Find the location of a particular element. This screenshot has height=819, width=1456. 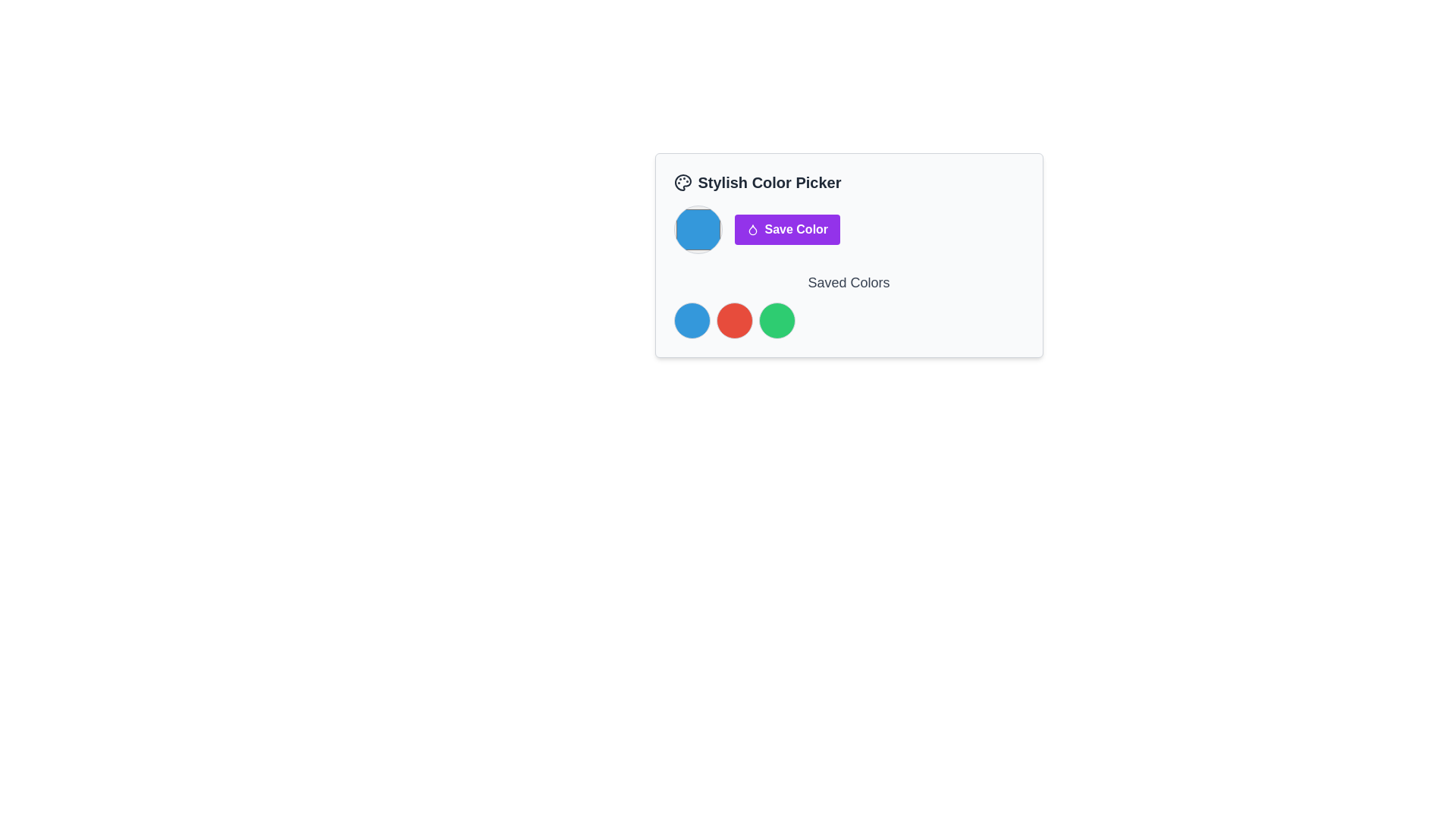

the 'Save Color' icon located inside a purple rectangular button near the top-right corner of the interface is located at coordinates (752, 230).